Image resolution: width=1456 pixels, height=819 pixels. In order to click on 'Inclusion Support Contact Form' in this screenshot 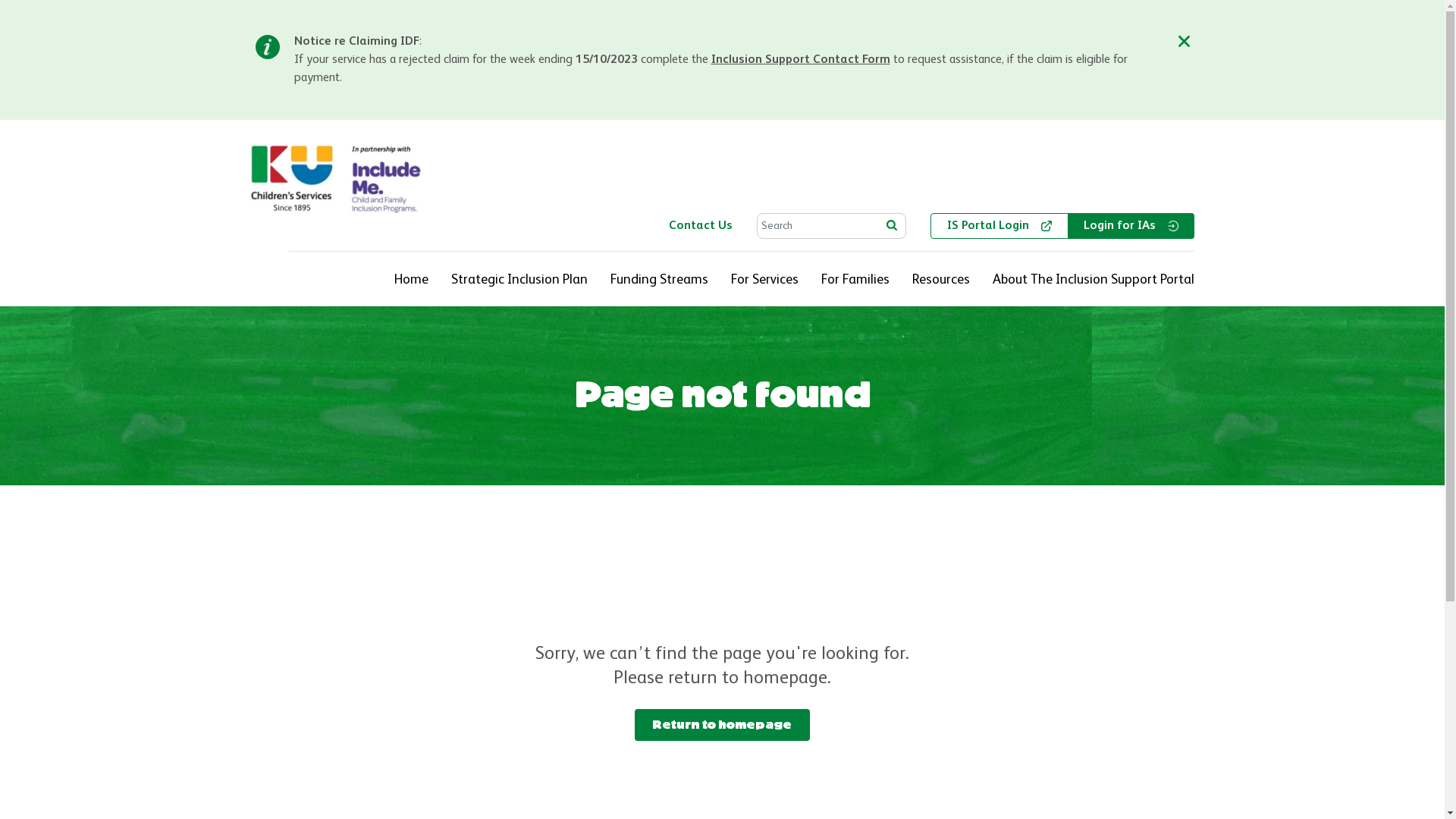, I will do `click(800, 58)`.